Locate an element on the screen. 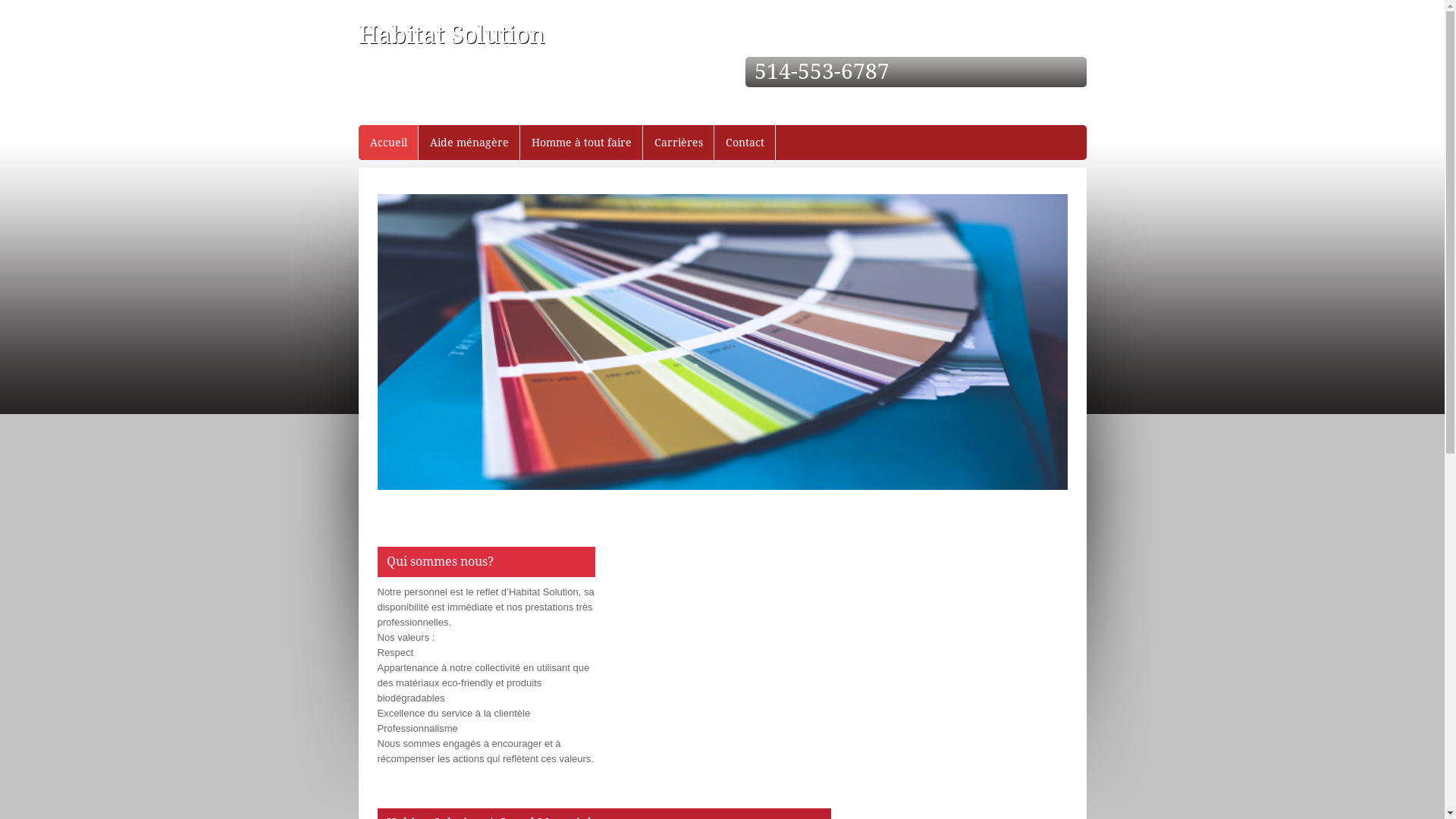 This screenshot has width=1456, height=819. 'Habitat Solution' is located at coordinates (450, 34).